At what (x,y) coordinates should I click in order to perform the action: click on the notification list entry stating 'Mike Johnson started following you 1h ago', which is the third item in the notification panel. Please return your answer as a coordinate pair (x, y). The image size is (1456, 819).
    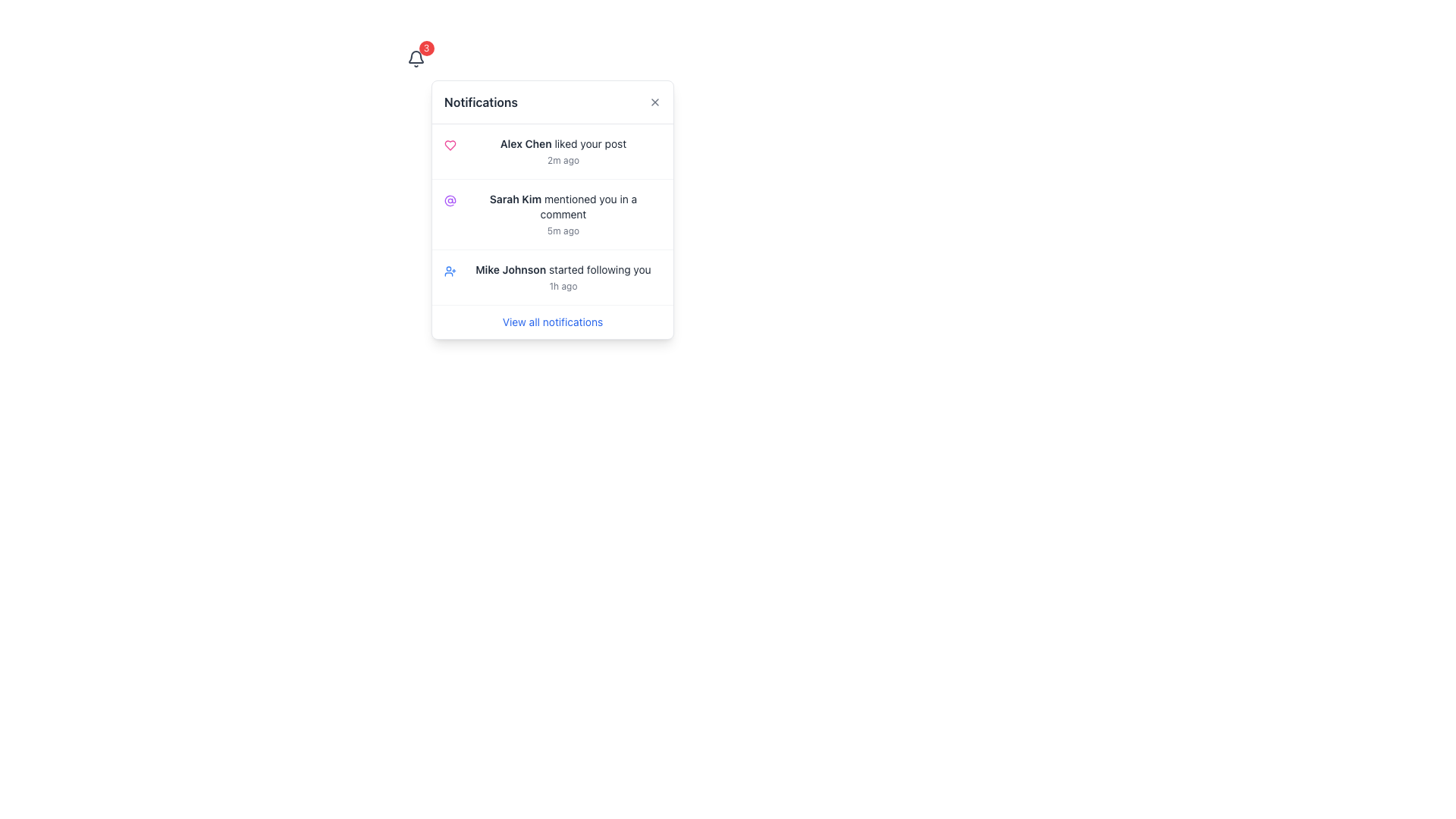
    Looking at the image, I should click on (552, 278).